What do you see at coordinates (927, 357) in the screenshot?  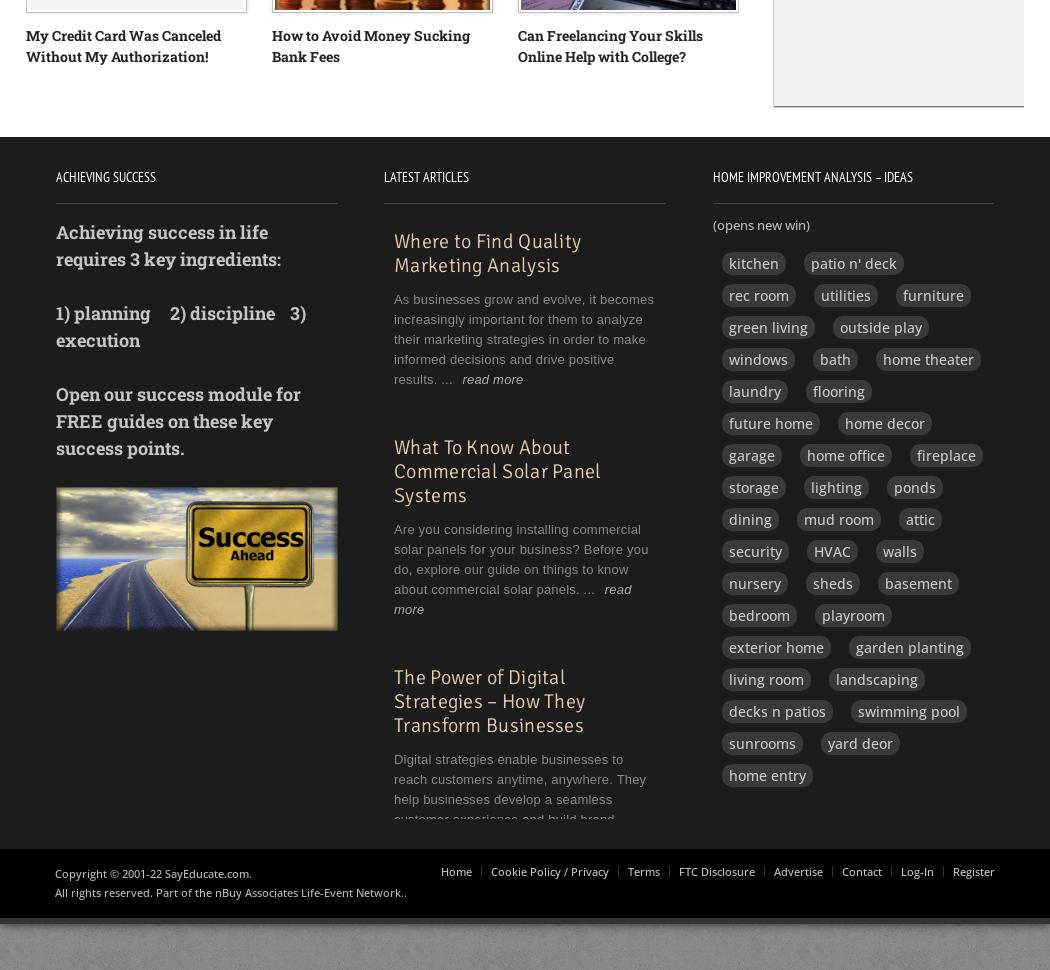 I see `'home theater'` at bounding box center [927, 357].